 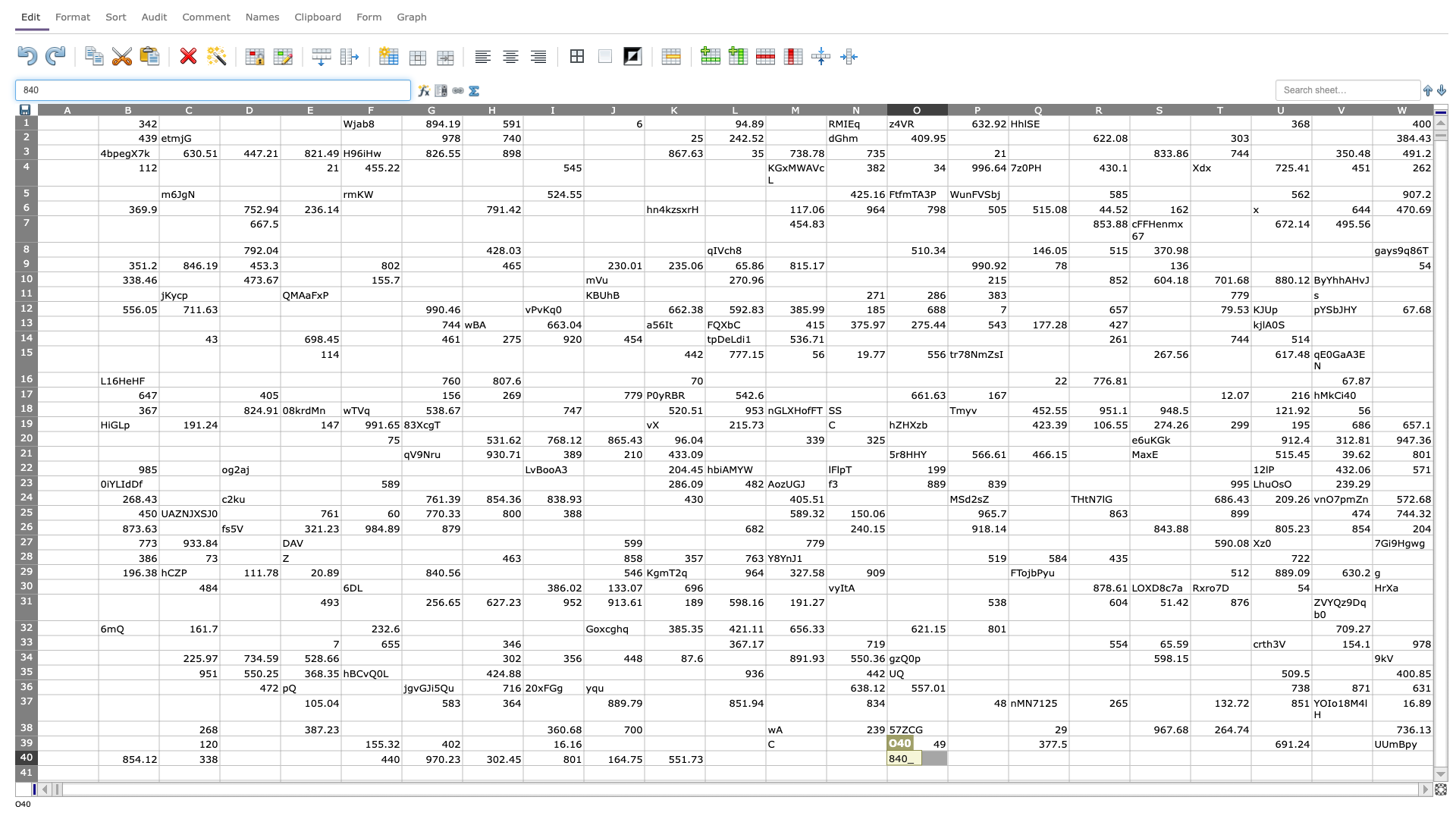 What do you see at coordinates (1008, 758) in the screenshot?
I see `Left edge at position Q40` at bounding box center [1008, 758].